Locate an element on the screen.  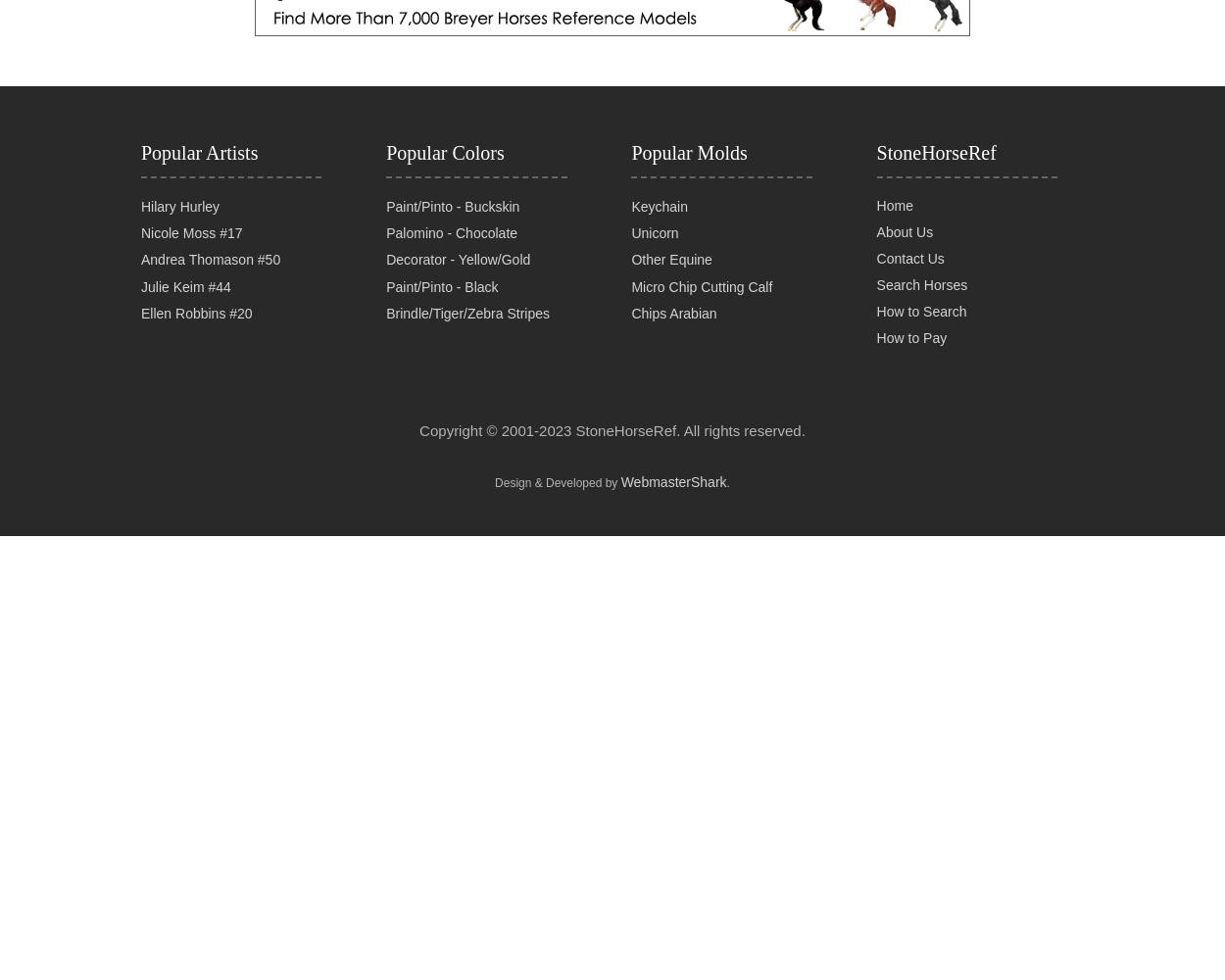
'Keychain' is located at coordinates (660, 205).